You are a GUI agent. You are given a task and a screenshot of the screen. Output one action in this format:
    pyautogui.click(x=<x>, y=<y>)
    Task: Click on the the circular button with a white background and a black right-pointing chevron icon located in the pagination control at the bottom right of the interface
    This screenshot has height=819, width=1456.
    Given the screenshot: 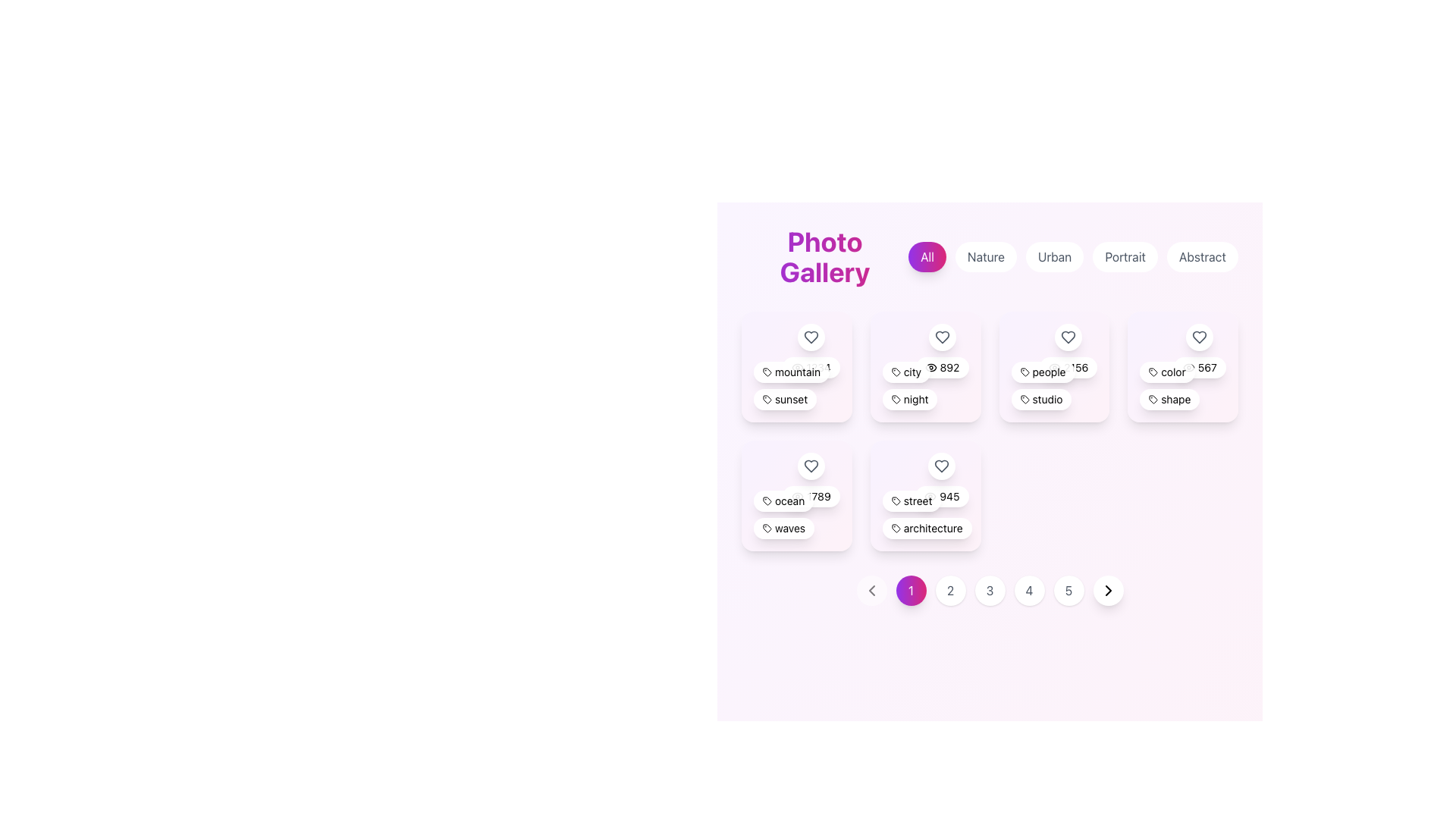 What is the action you would take?
    pyautogui.click(x=1108, y=589)
    